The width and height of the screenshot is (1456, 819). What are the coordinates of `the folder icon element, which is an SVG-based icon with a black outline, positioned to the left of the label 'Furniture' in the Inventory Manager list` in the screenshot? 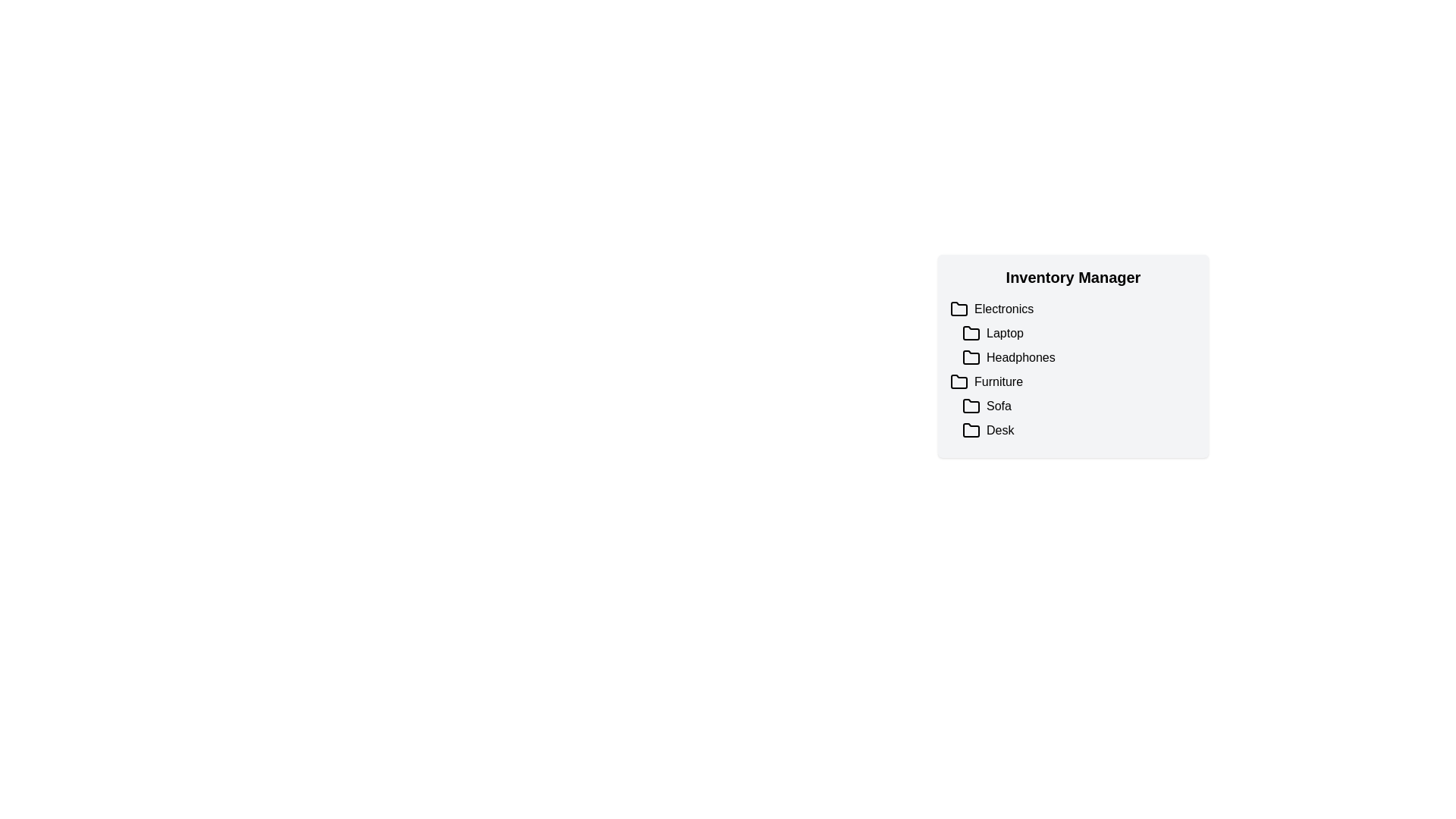 It's located at (959, 381).